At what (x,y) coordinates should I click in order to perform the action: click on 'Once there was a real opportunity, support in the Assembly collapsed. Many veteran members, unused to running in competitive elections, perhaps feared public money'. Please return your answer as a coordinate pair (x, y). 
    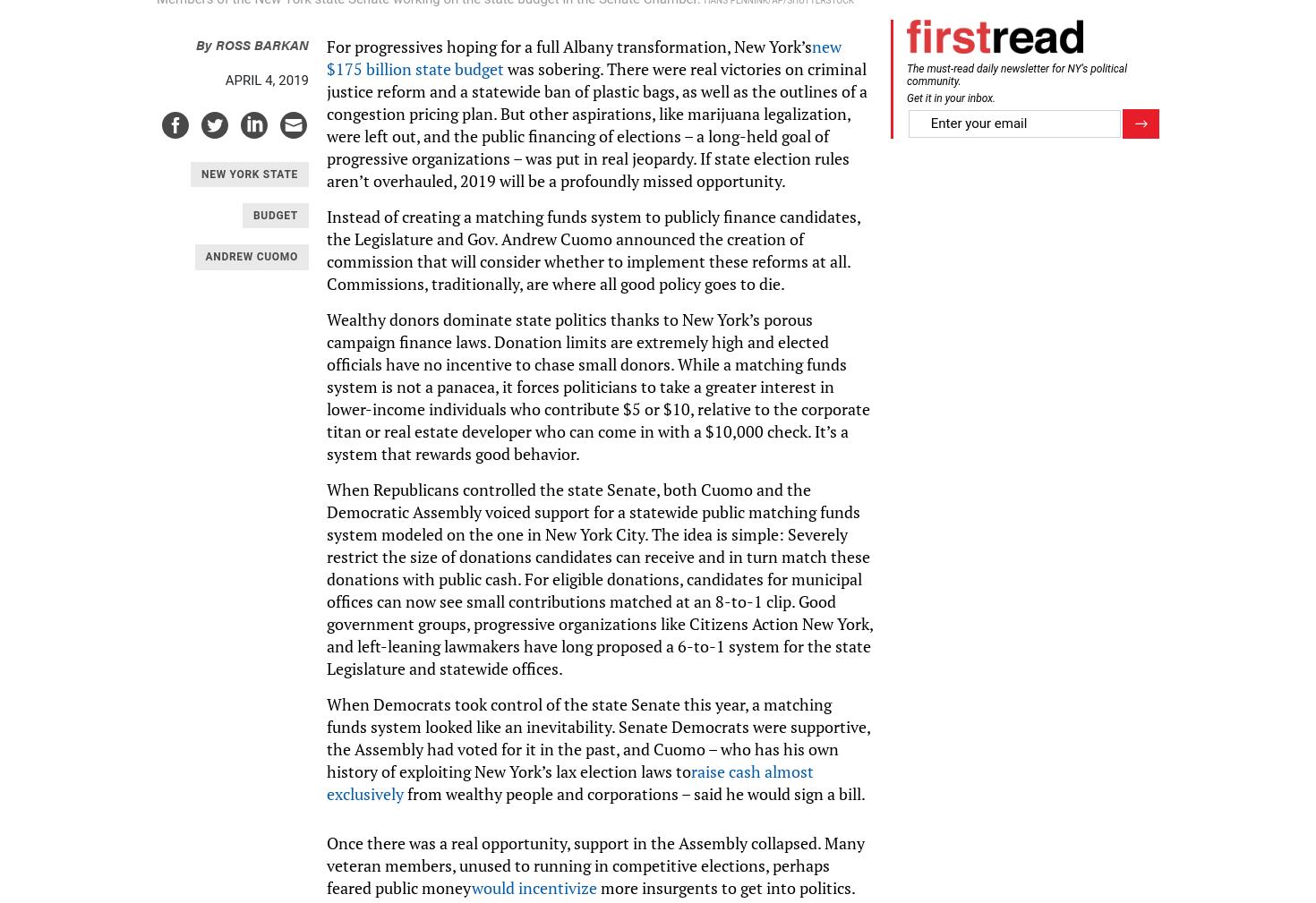
    Looking at the image, I should click on (594, 865).